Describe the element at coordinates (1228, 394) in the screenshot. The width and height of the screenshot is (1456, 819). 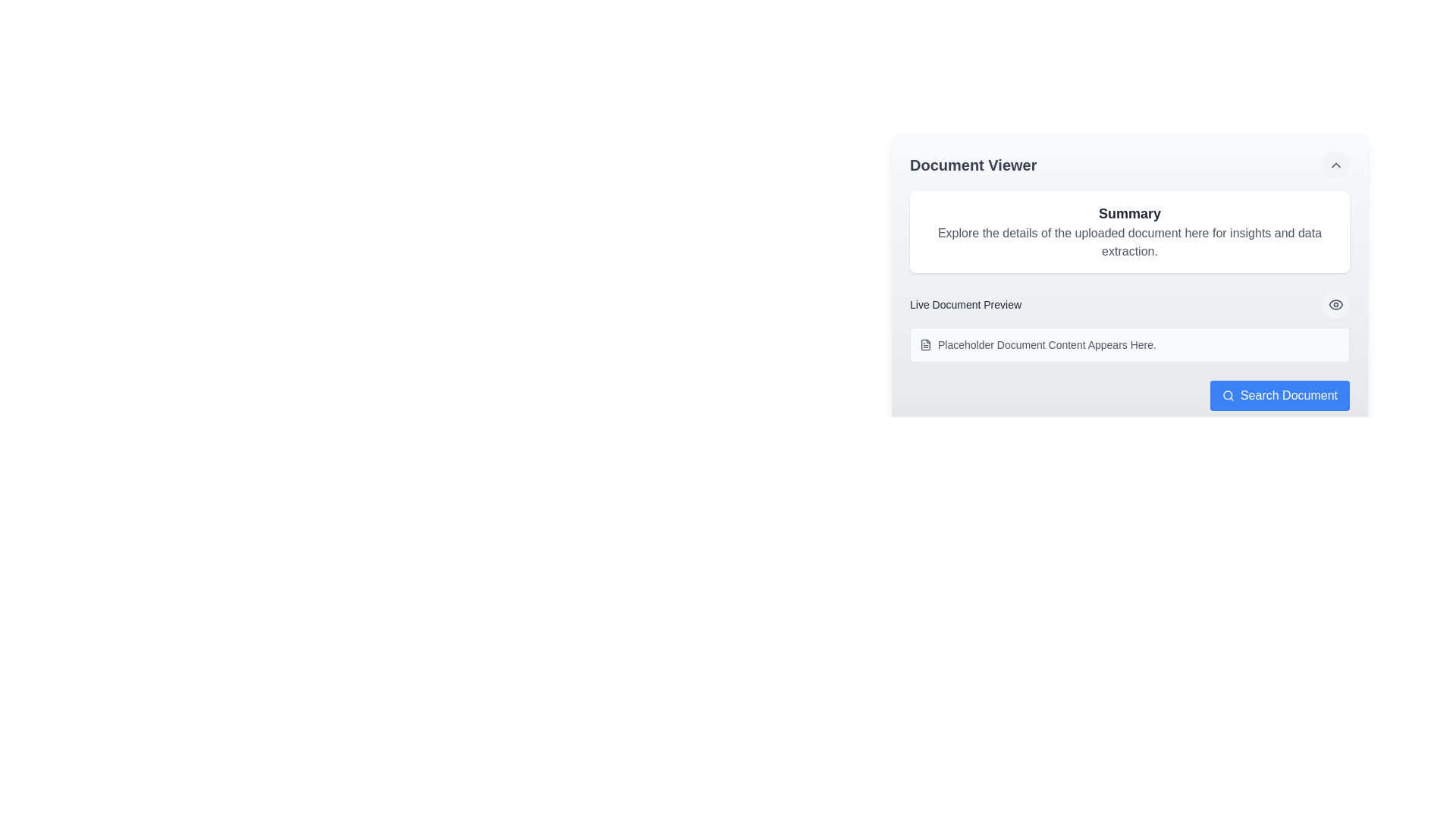
I see `the circular graphical component within the search icon located at the bottom-right corner of the Document Viewer interface` at that location.